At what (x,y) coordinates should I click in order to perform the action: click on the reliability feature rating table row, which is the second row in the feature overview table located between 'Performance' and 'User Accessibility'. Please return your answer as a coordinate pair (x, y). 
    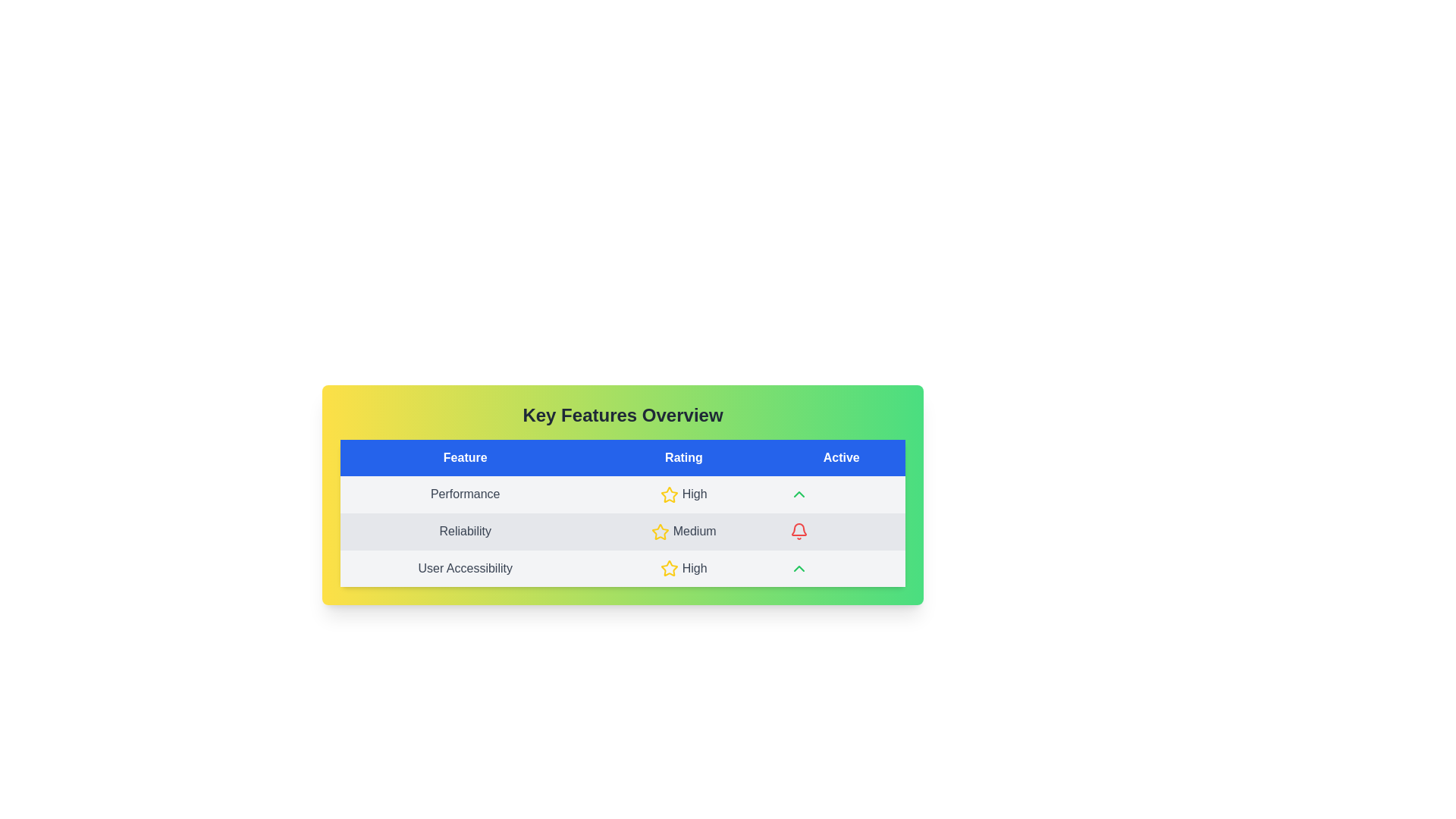
    Looking at the image, I should click on (623, 531).